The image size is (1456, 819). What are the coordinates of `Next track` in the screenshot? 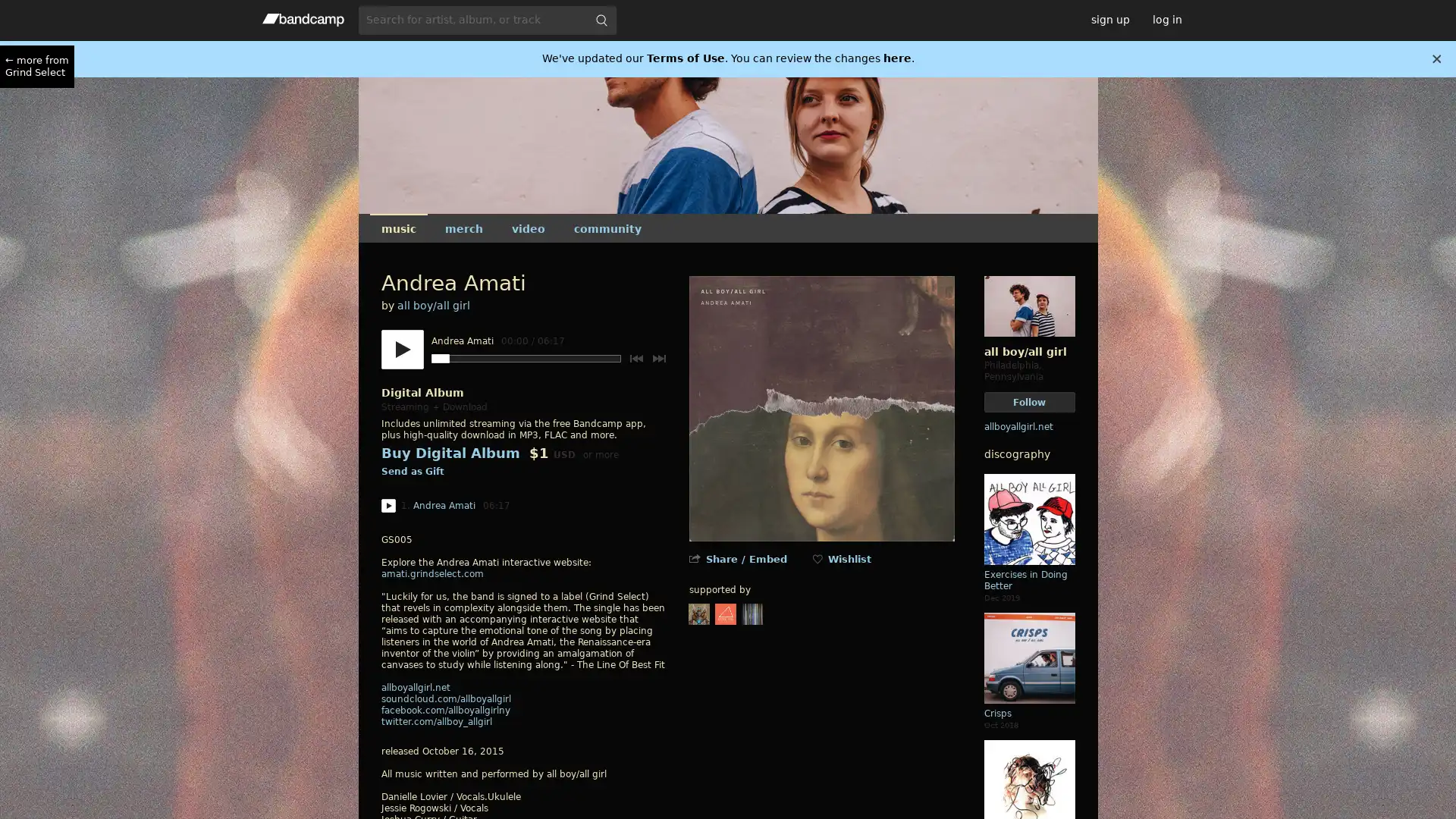 It's located at (658, 359).